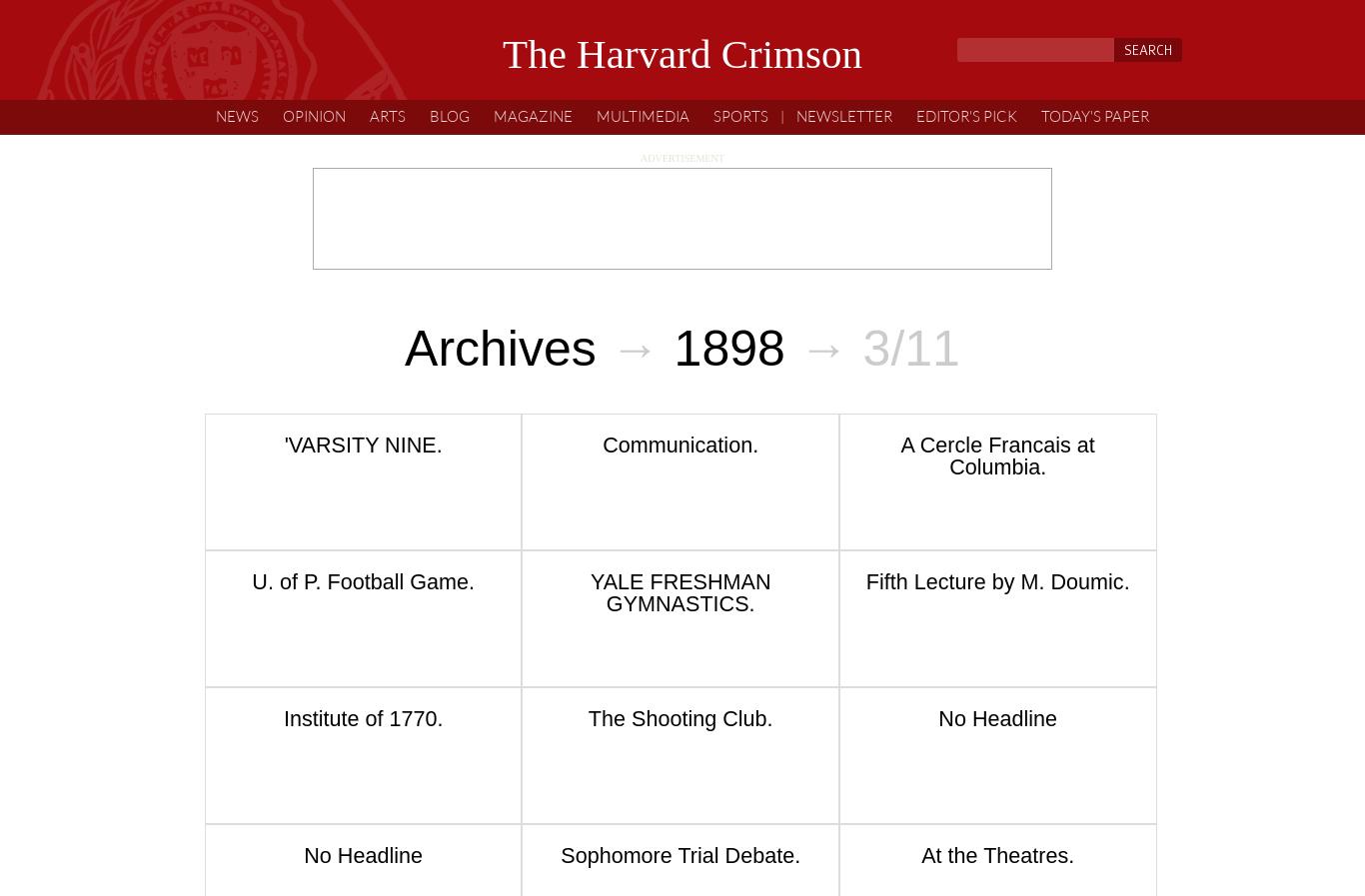  Describe the element at coordinates (1039, 115) in the screenshot. I see `'Today's Paper'` at that location.